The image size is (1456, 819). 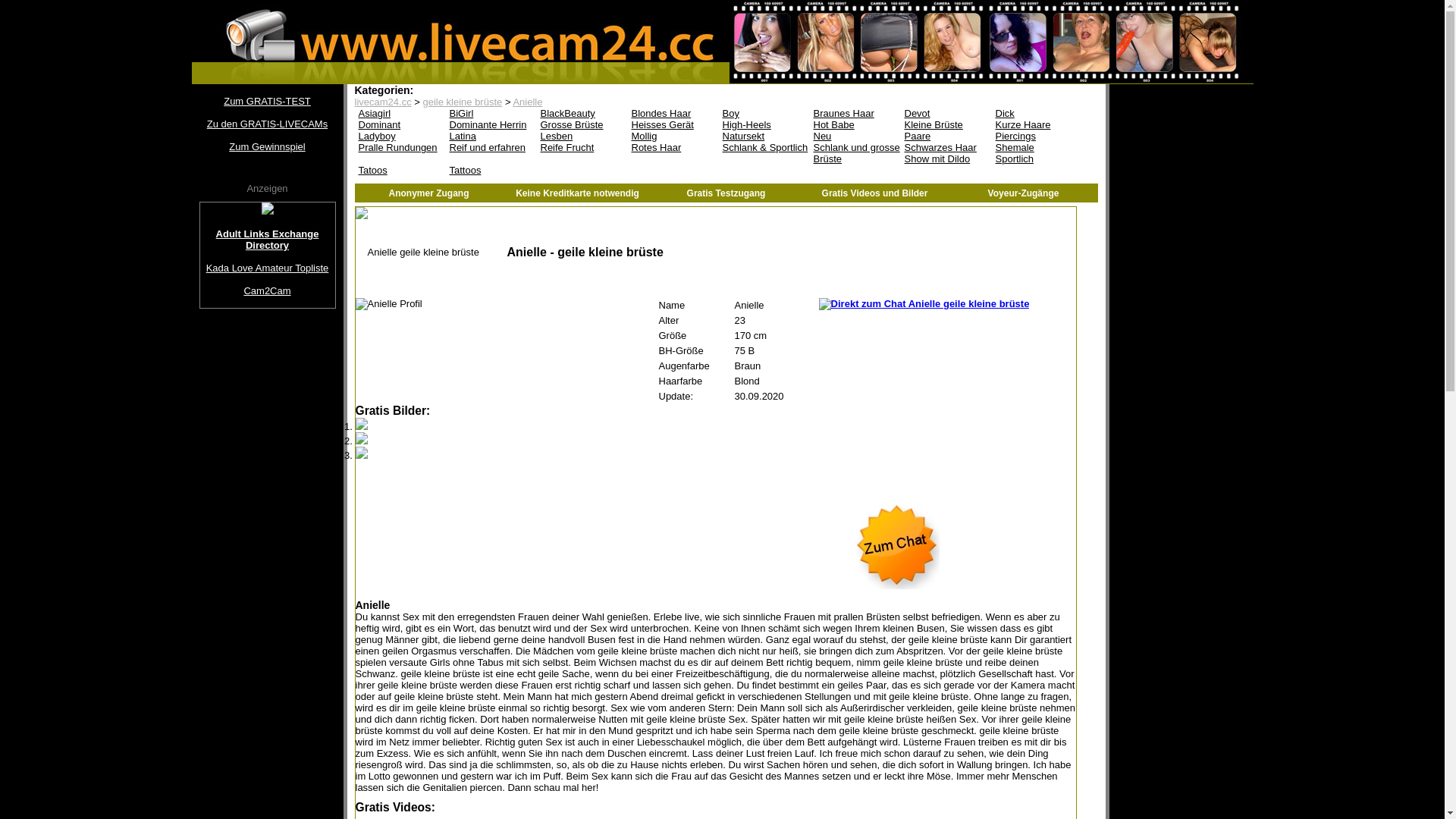 I want to click on 'Dominant', so click(x=353, y=124).